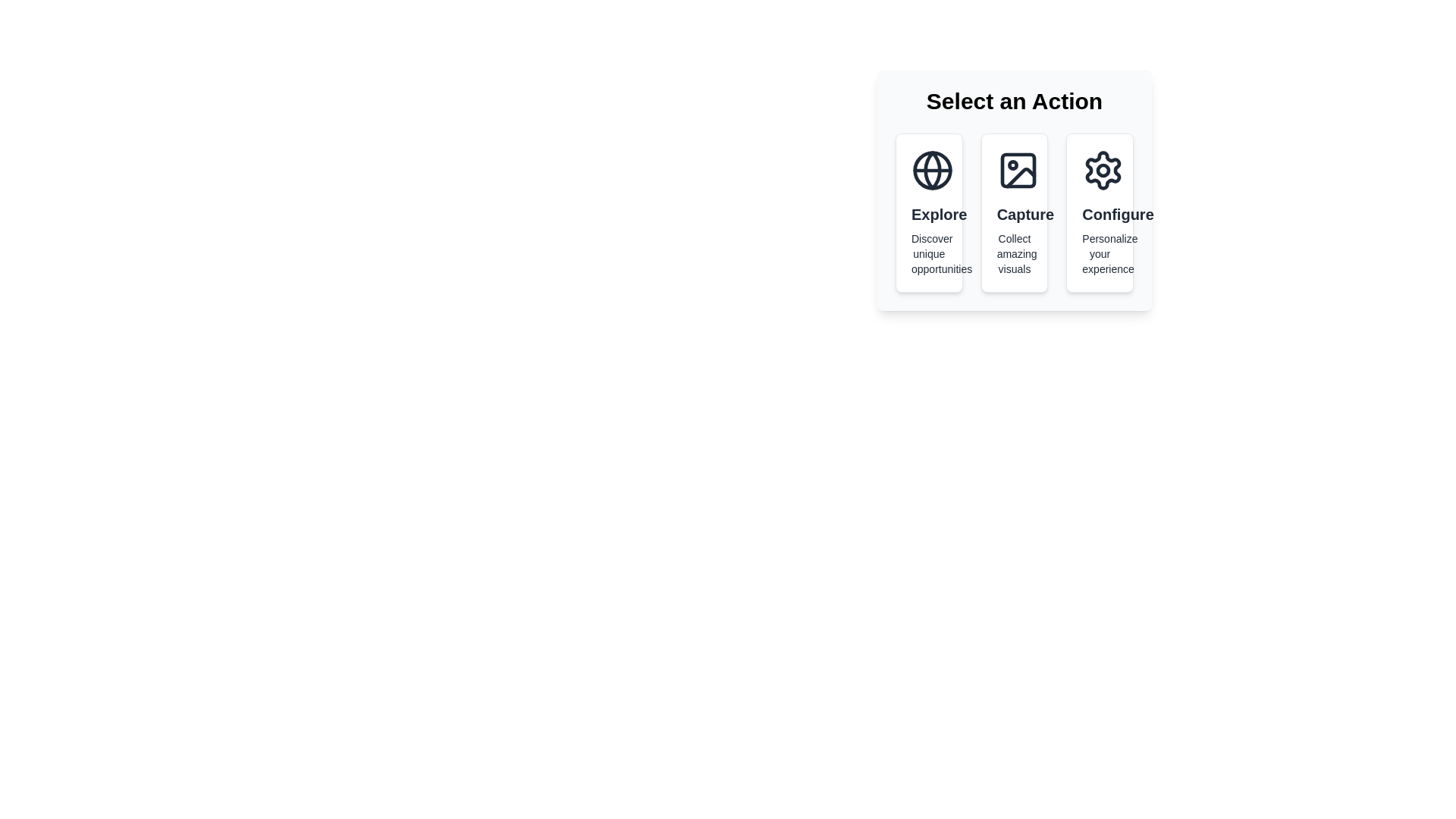 The image size is (1456, 819). I want to click on the 'Capture' option card in the action selector interface, which is centrally located within the 'Select an Action' panel, so click(1015, 213).